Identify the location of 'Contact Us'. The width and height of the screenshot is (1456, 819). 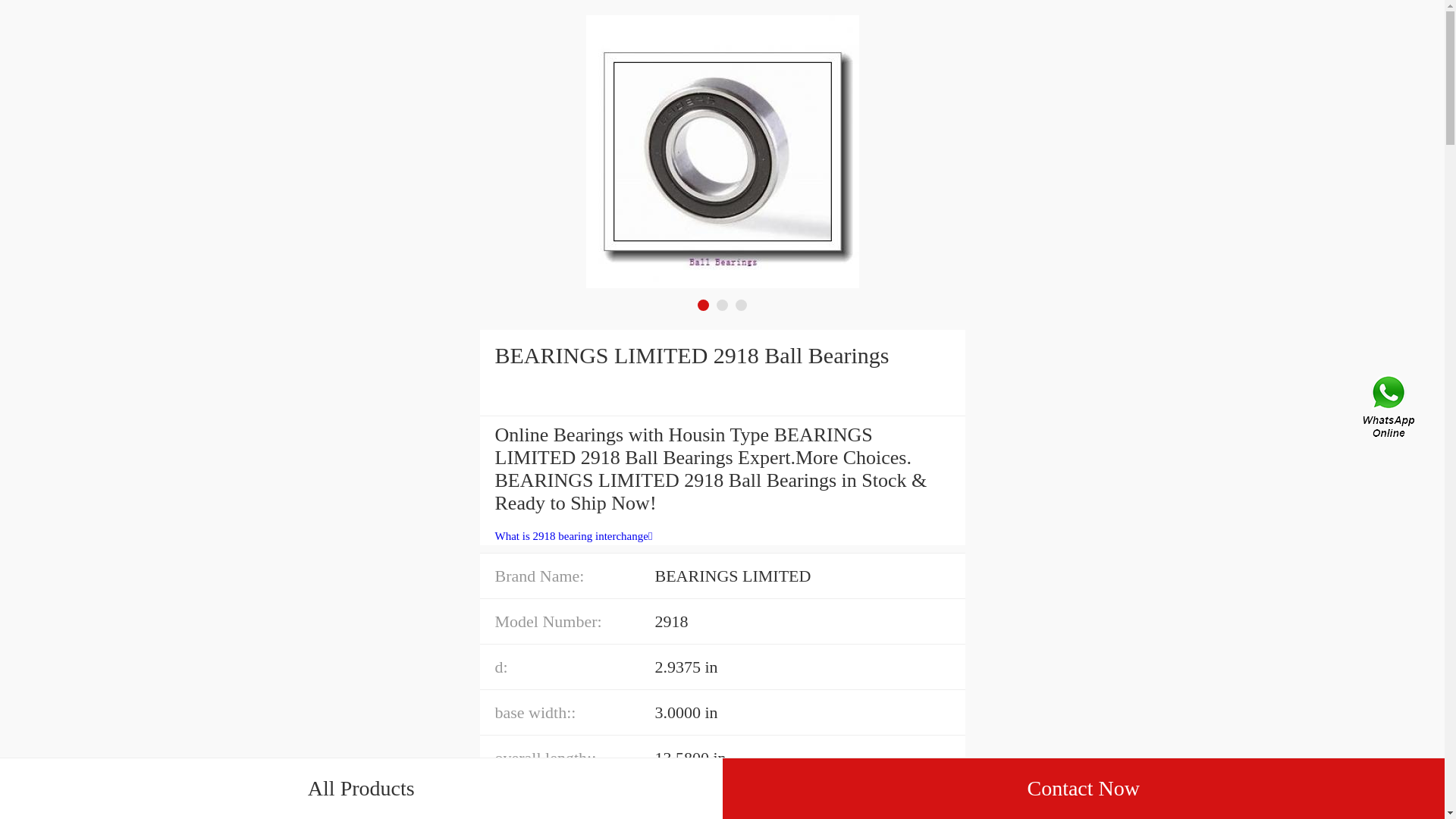
(1390, 409).